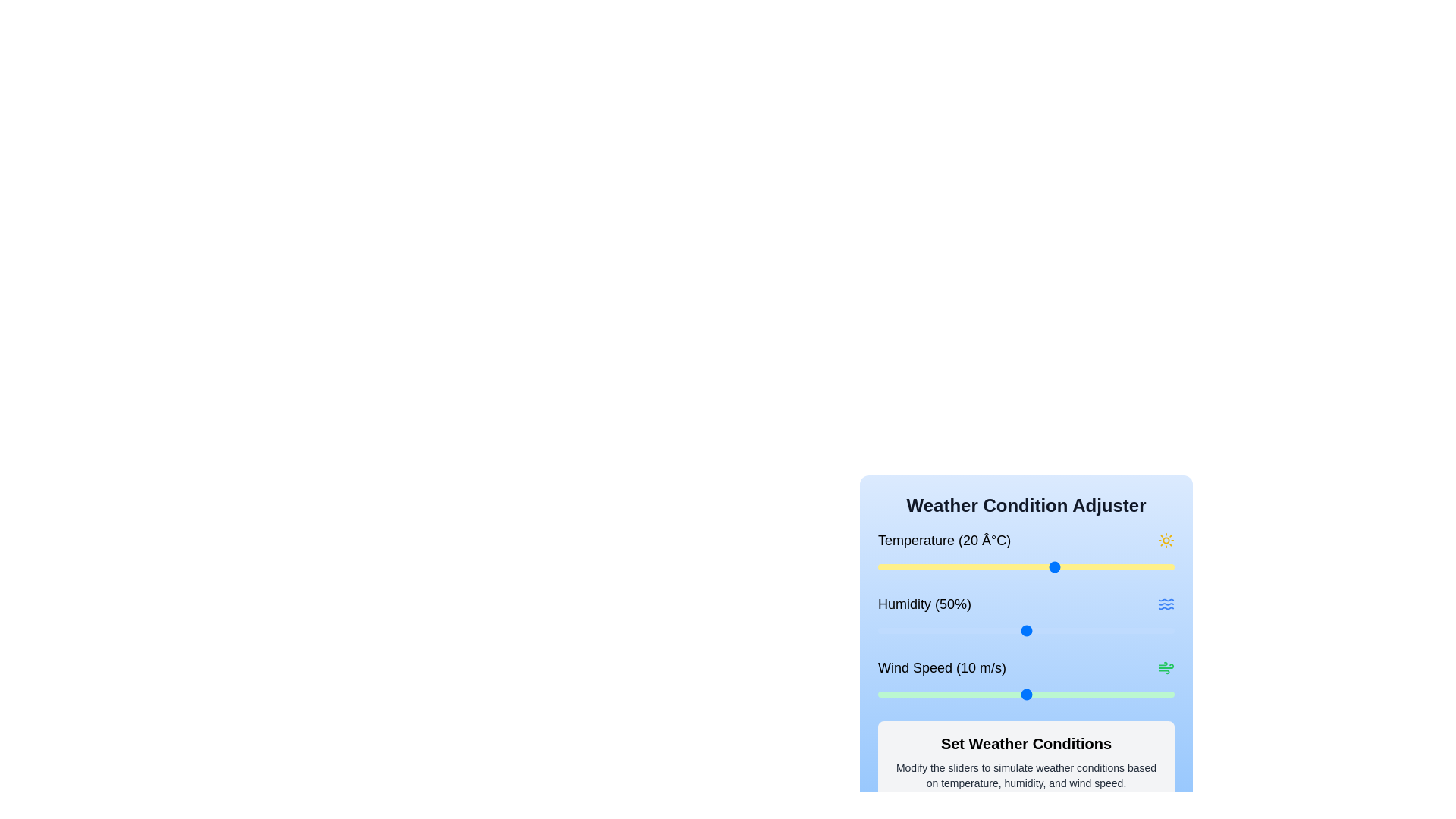 The image size is (1456, 819). Describe the element at coordinates (1055, 567) in the screenshot. I see `the temperature slider to set the temperature to 20 degrees Celsius` at that location.